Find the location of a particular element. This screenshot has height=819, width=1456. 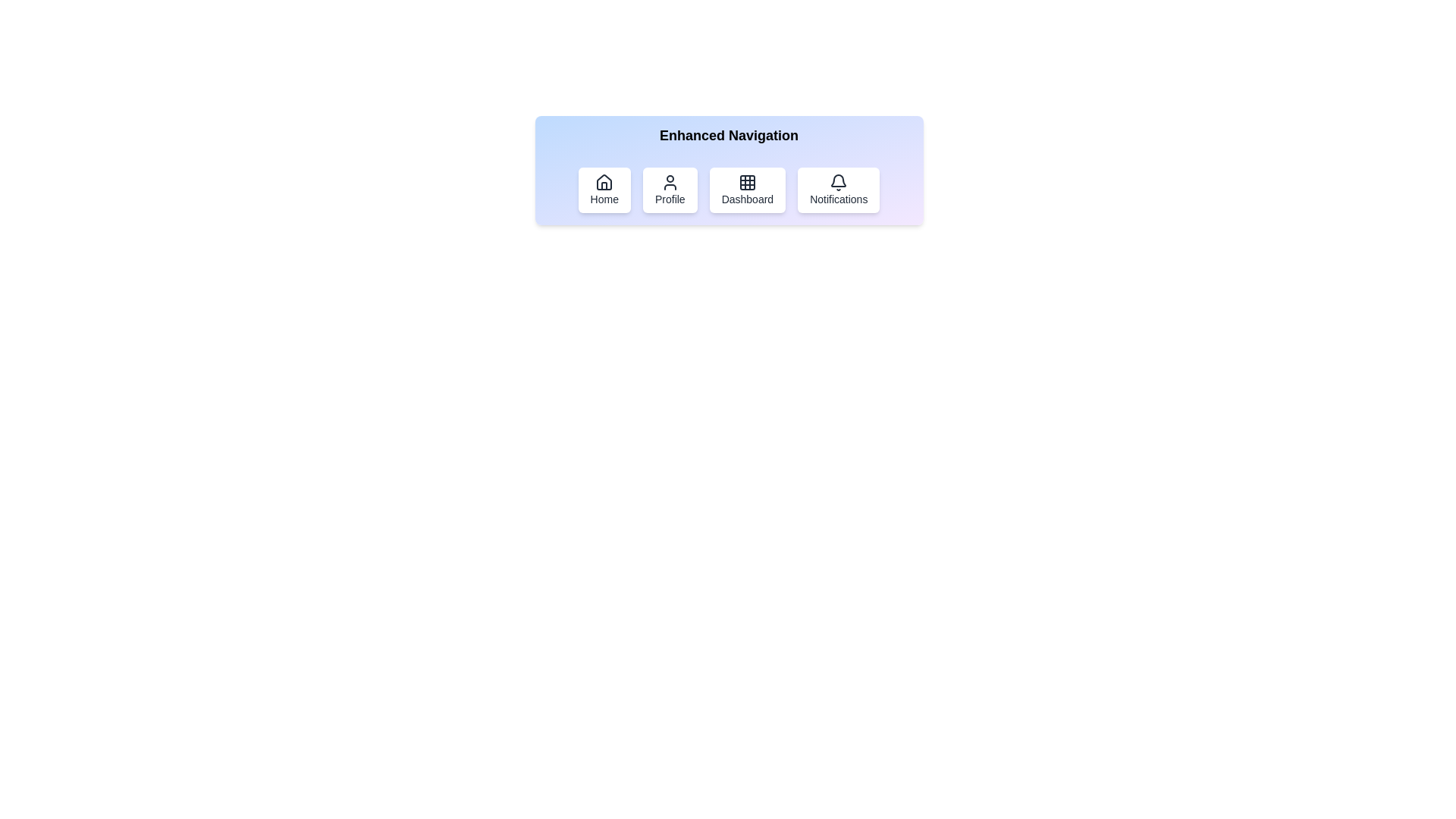

the 'Dashboard' button, which is styled with a grid-like icon and has rounded corners is located at coordinates (747, 189).